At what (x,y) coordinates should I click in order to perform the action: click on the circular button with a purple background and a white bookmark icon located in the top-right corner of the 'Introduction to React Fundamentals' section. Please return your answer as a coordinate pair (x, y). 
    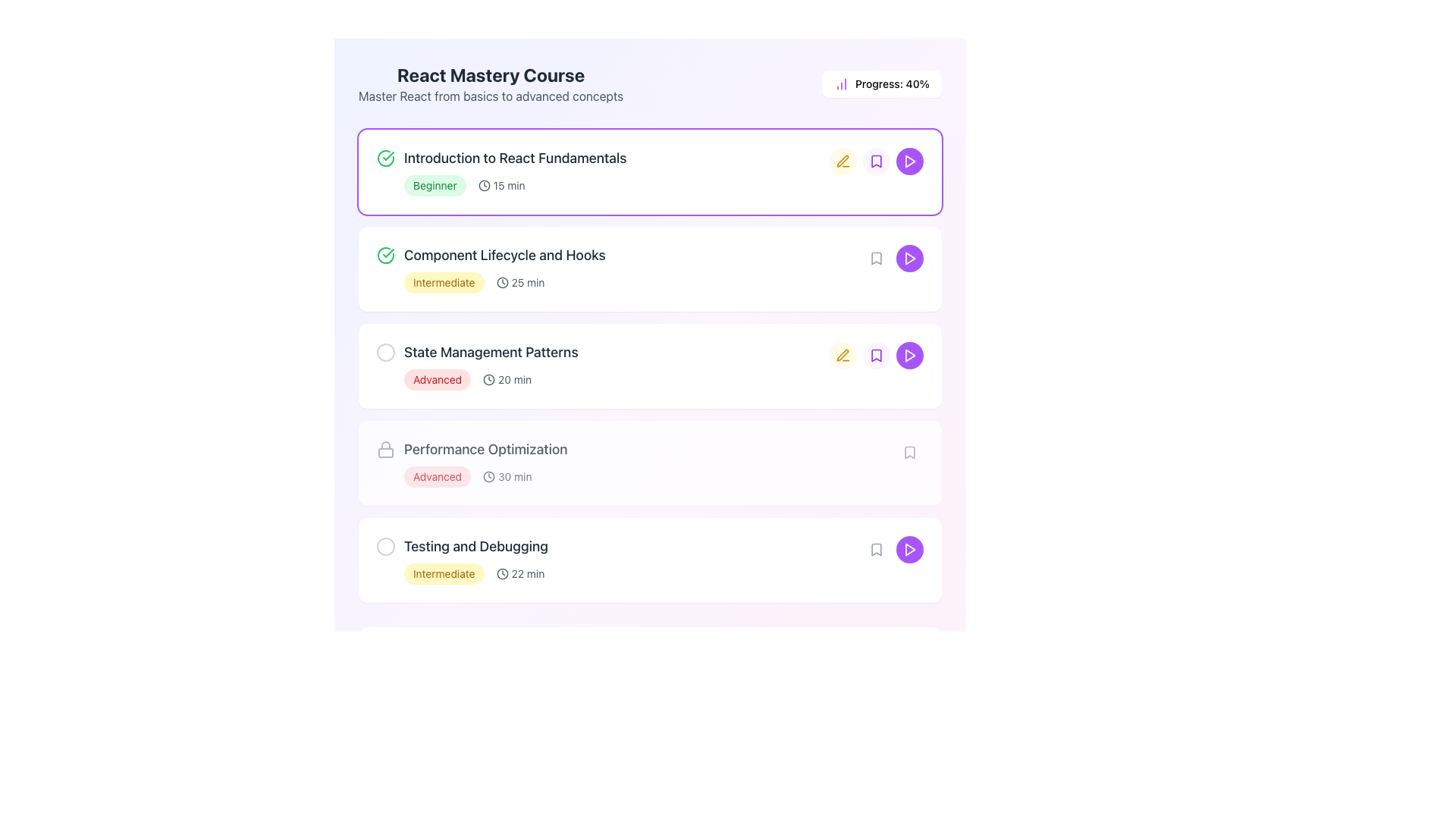
    Looking at the image, I should click on (877, 161).